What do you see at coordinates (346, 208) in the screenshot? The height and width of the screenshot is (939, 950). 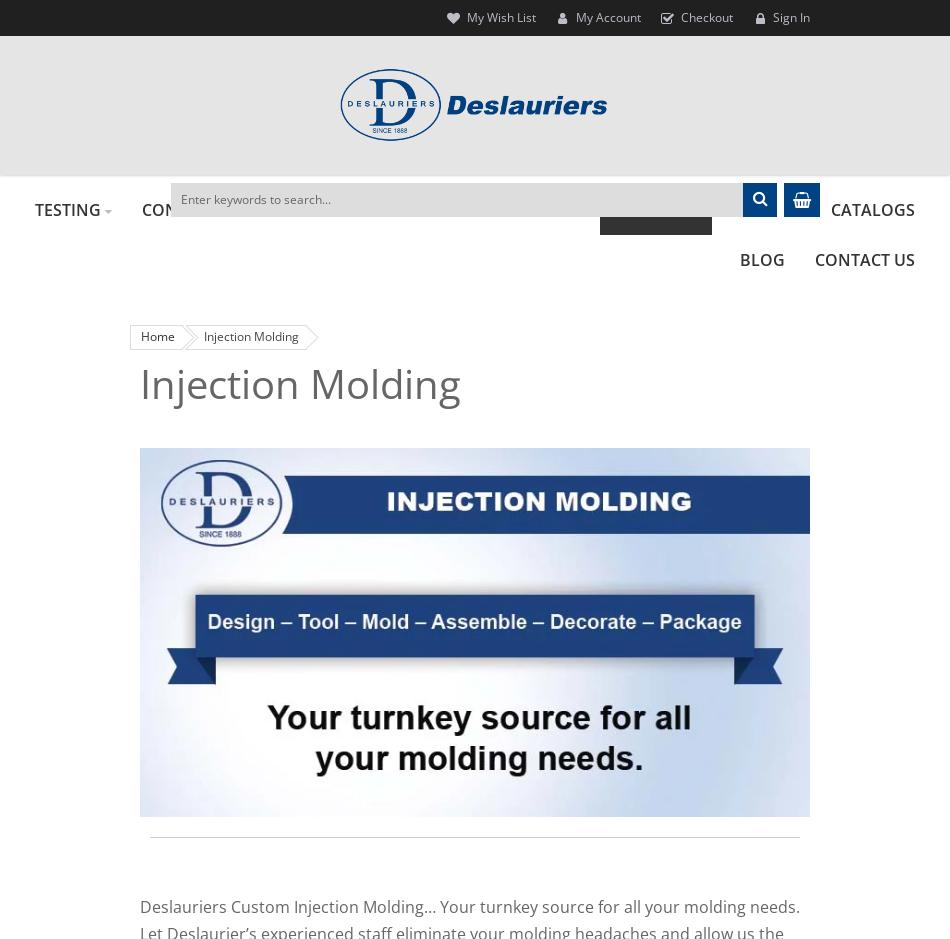 I see `'FORMING'` at bounding box center [346, 208].